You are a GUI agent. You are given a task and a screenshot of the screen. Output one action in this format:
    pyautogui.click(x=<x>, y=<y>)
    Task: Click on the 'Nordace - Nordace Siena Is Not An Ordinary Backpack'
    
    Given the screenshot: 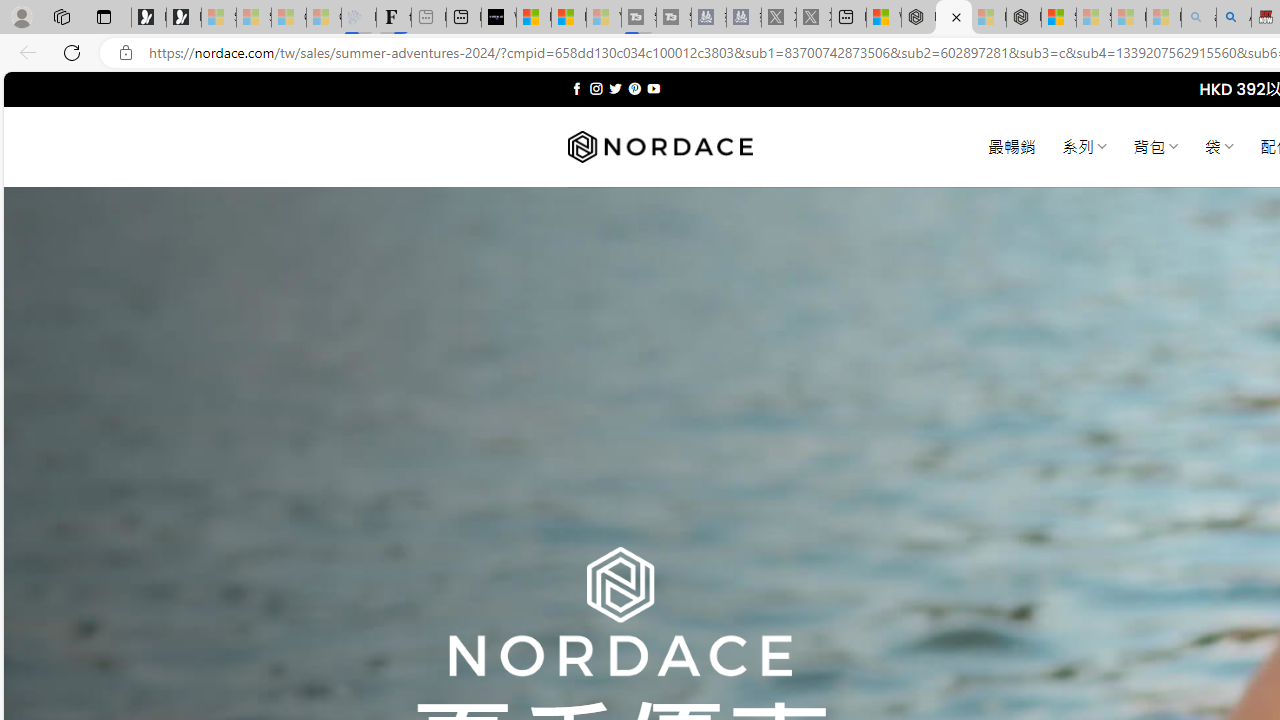 What is the action you would take?
    pyautogui.click(x=1024, y=17)
    